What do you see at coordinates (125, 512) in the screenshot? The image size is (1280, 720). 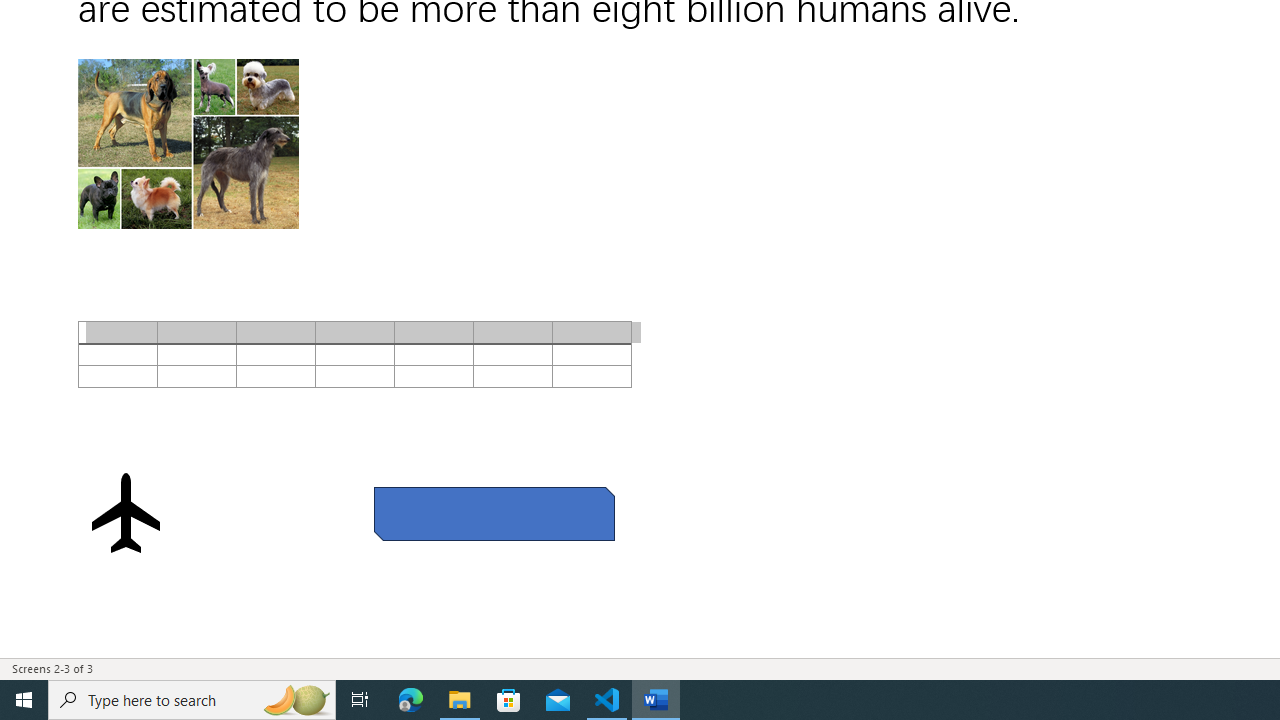 I see `'Airplane with solid fill'` at bounding box center [125, 512].